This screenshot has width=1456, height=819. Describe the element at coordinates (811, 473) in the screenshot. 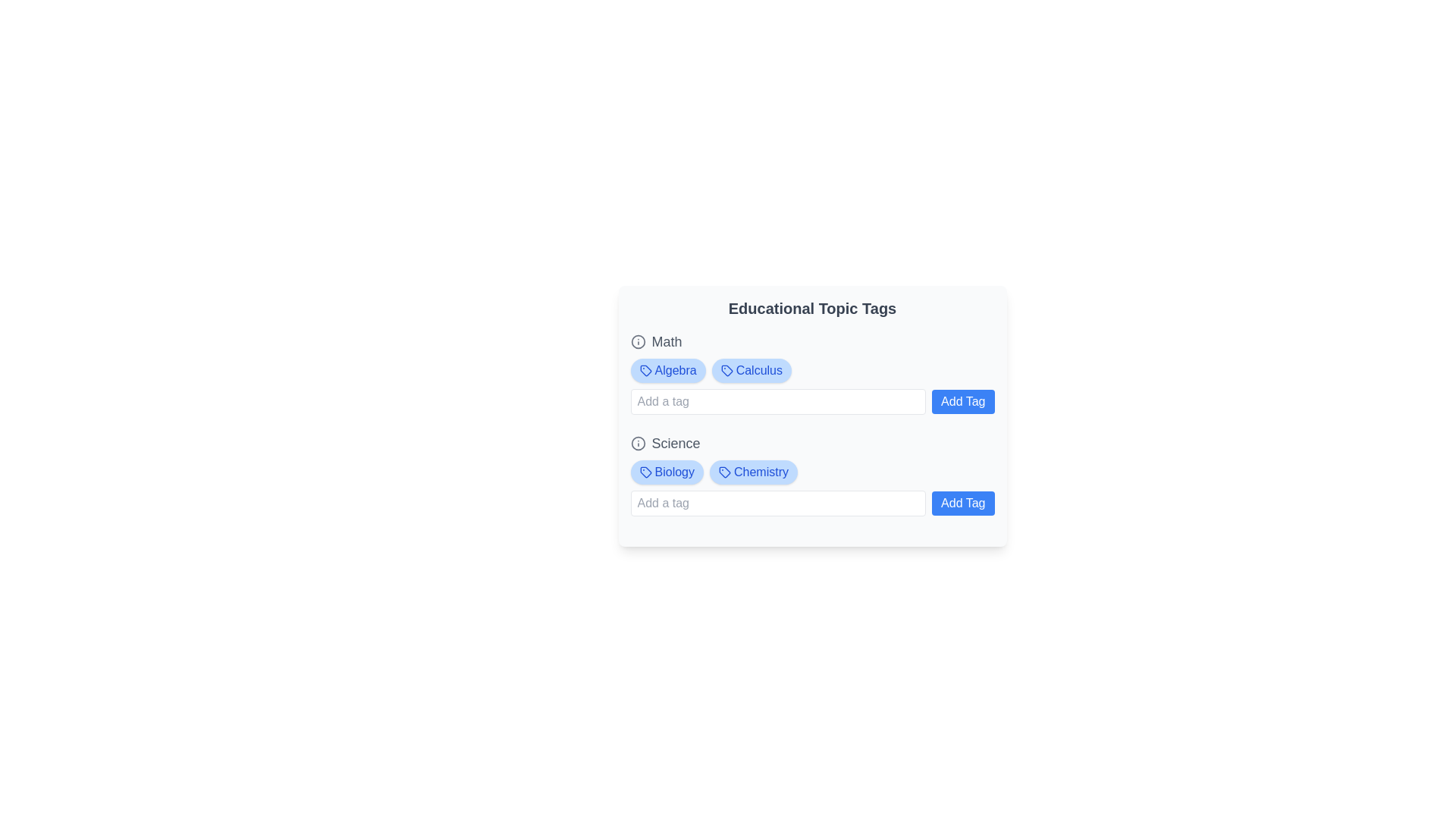

I see `the existing tags 'Biology' and 'Chemistry' located under the 'Science' title in the 'Educational Topic Tags' section` at that location.